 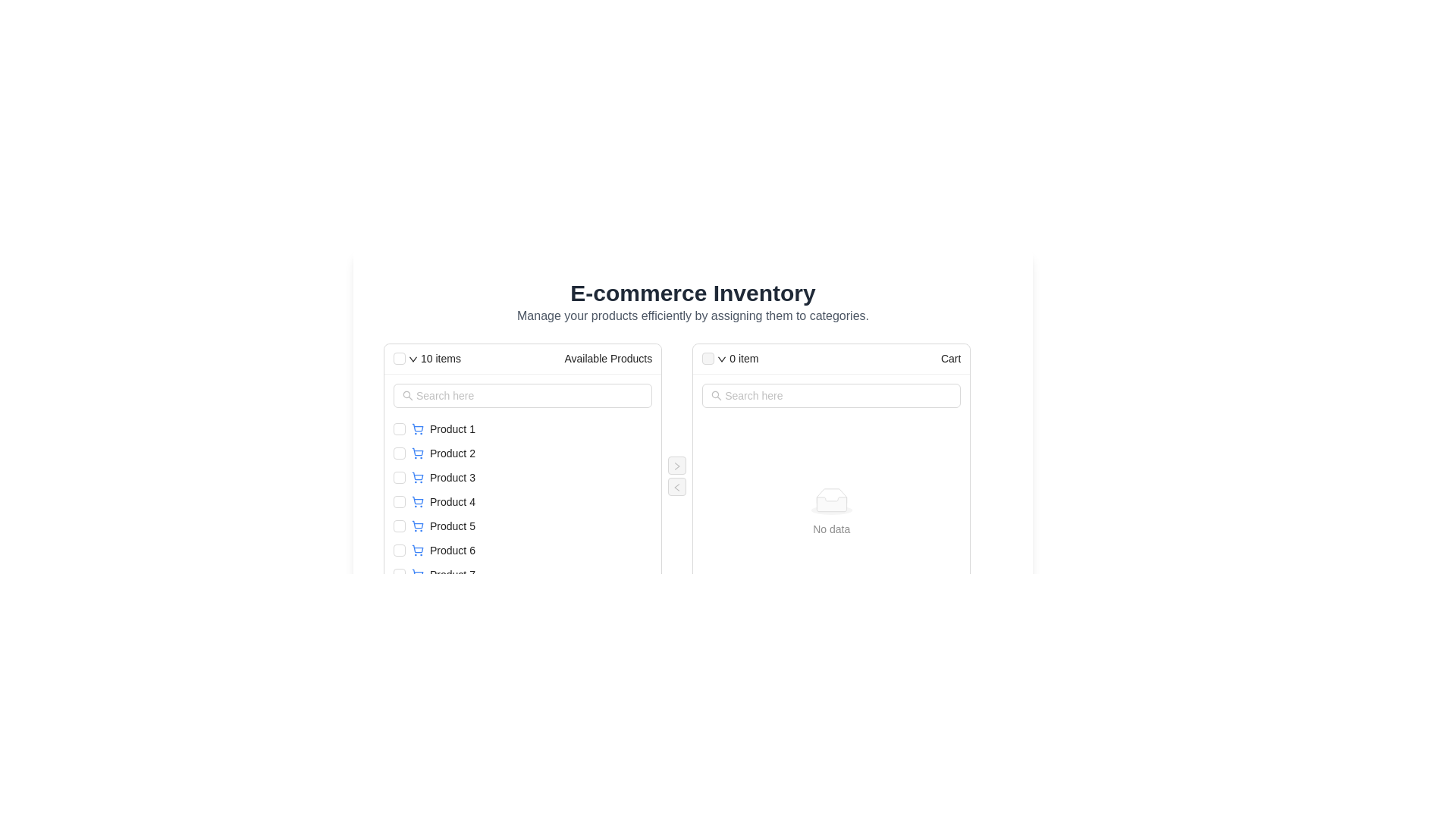 I want to click on the list item with a checkbox representing 'Product 5', so click(x=522, y=526).